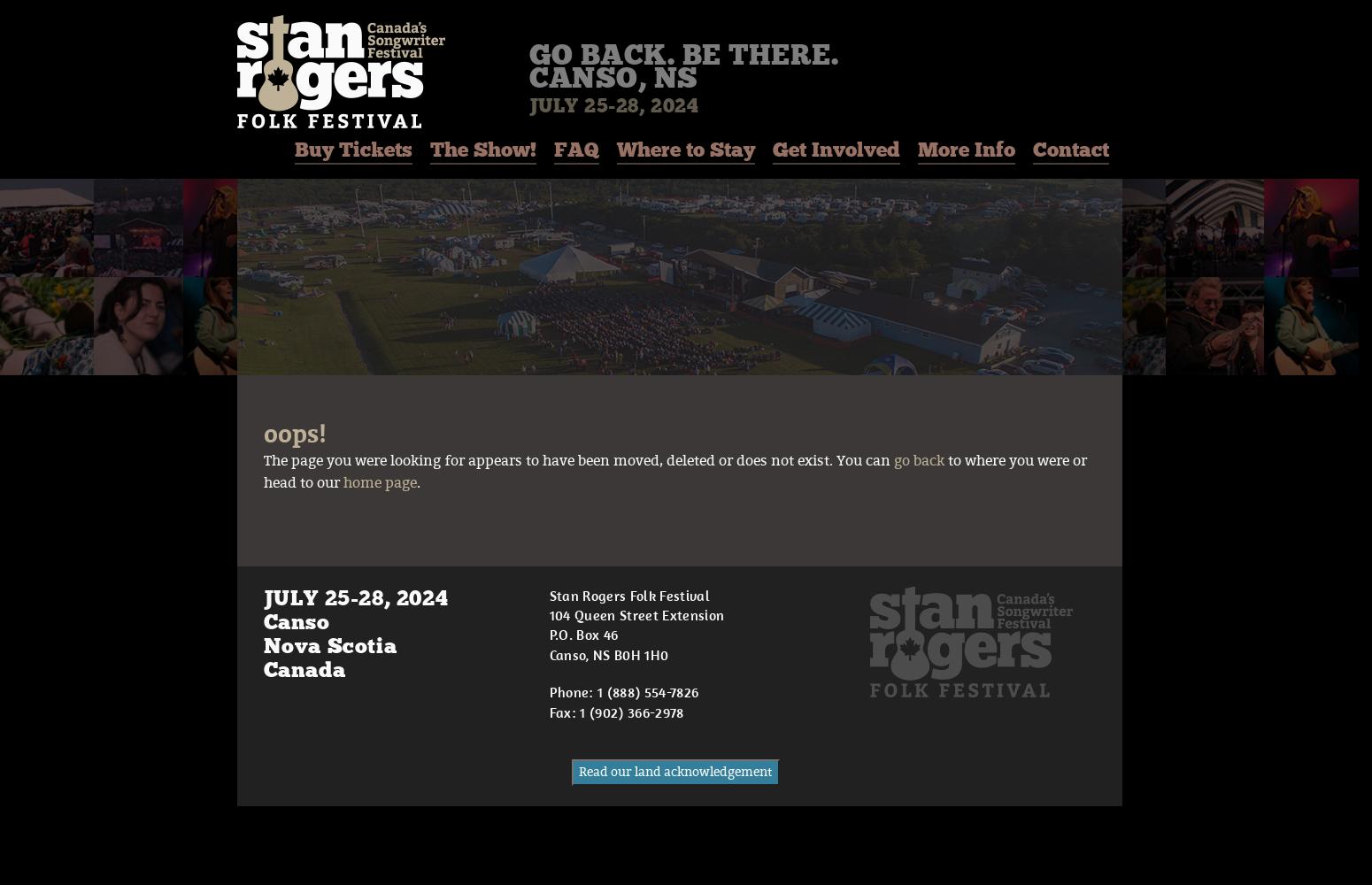  I want to click on 'First Name', so click(505, 804).